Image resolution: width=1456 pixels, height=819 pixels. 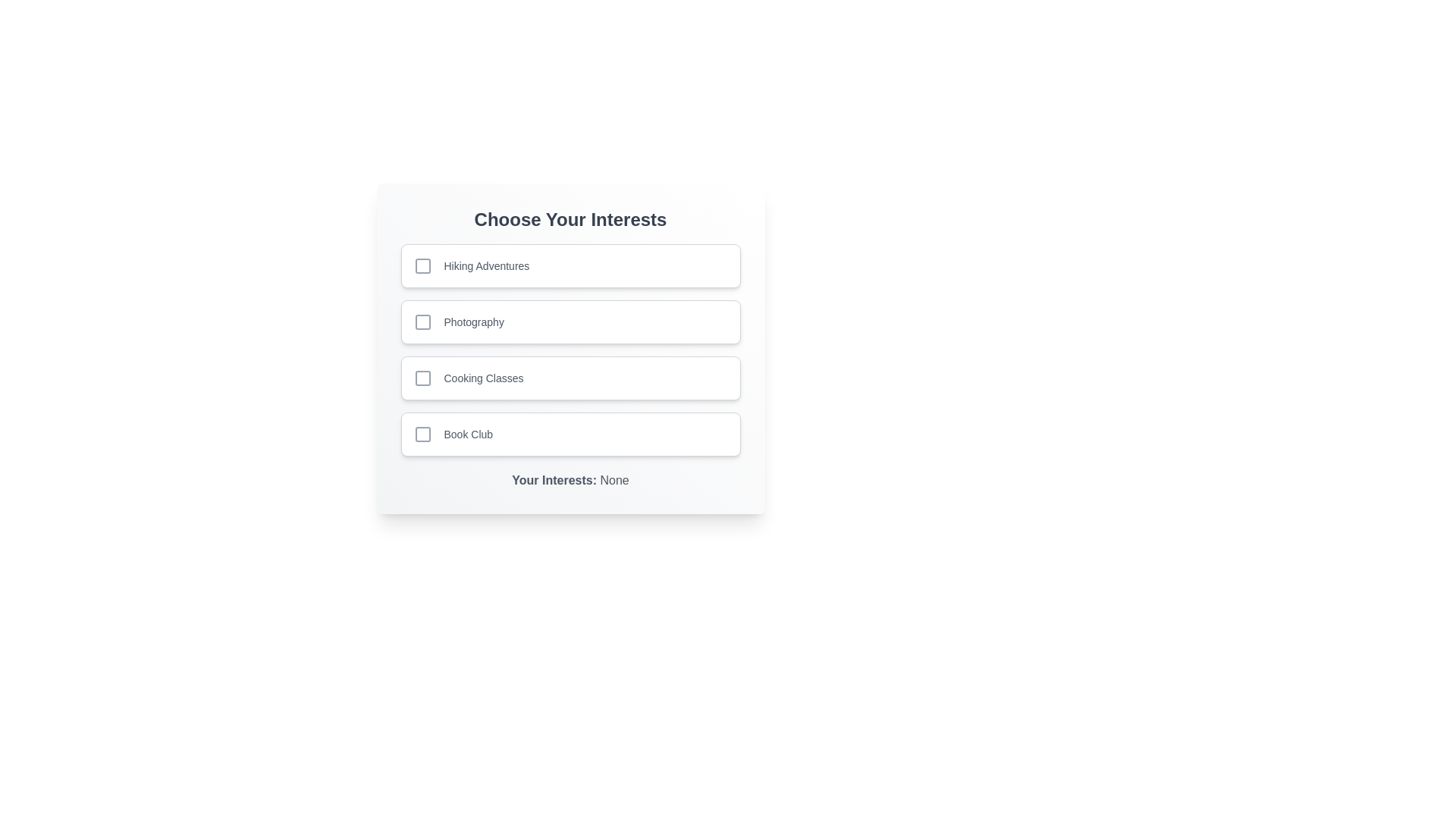 I want to click on the Text Label for the 'Photography' interest category, which provides contextual information and is located between 'Hiking Adventures' and 'Cooking Classes', so click(x=473, y=321).